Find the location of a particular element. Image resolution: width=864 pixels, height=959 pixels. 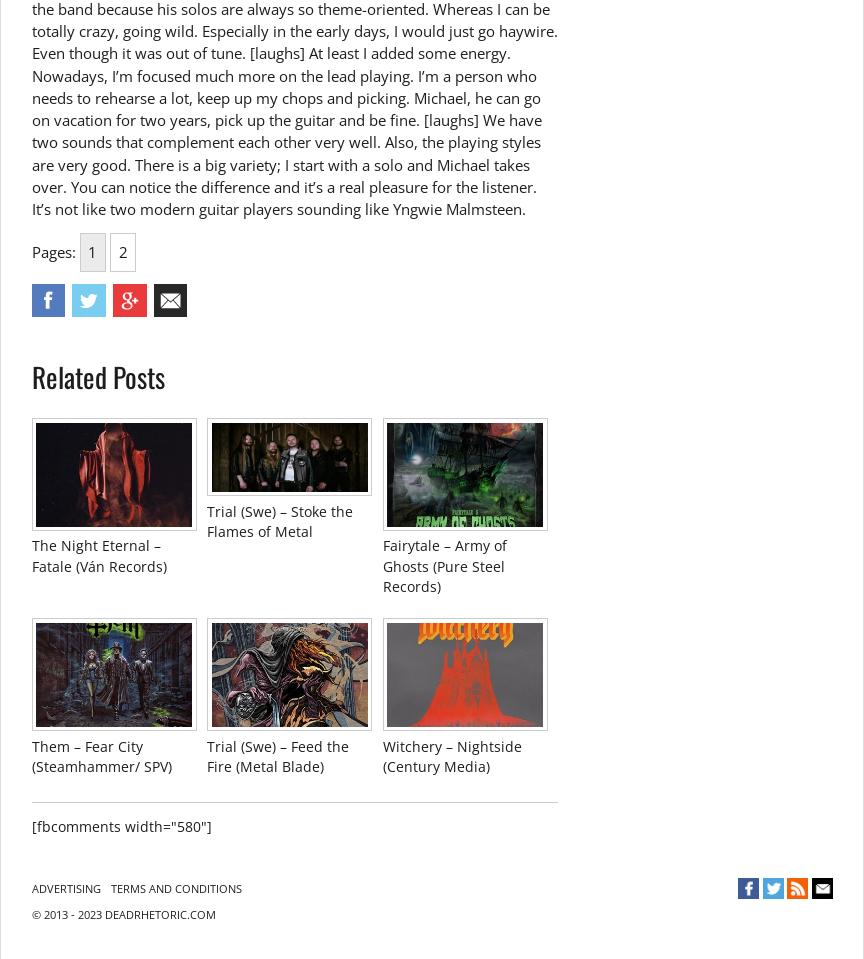

'Trial (Swe) – Feed the Fire (Metal Blade)' is located at coordinates (206, 755).